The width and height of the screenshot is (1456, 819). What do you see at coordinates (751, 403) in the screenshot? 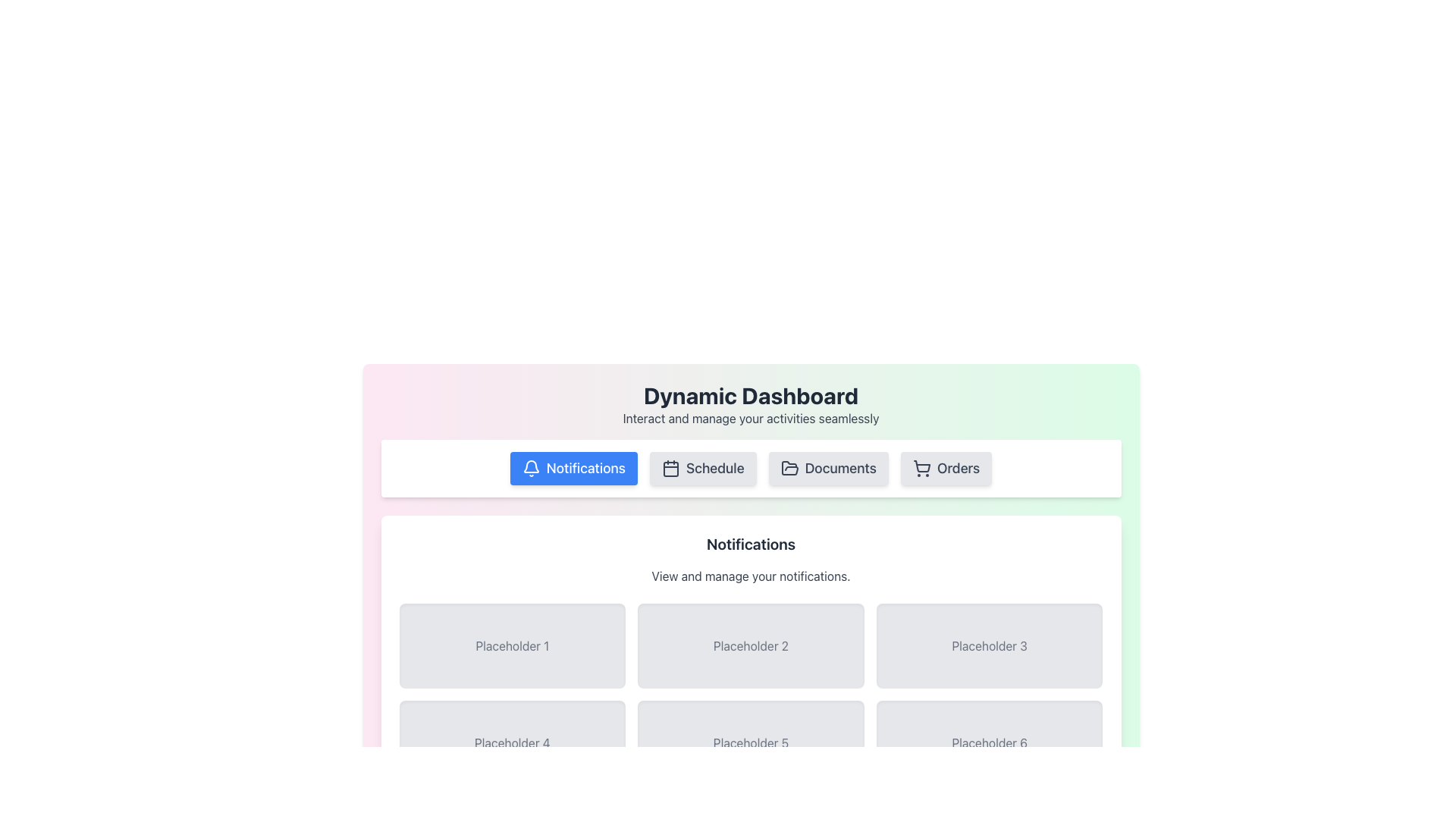
I see `the title and subtitle Text Block located at the top-center of the interface, which provides an overview of the dashboard's purpose and functionality` at bounding box center [751, 403].